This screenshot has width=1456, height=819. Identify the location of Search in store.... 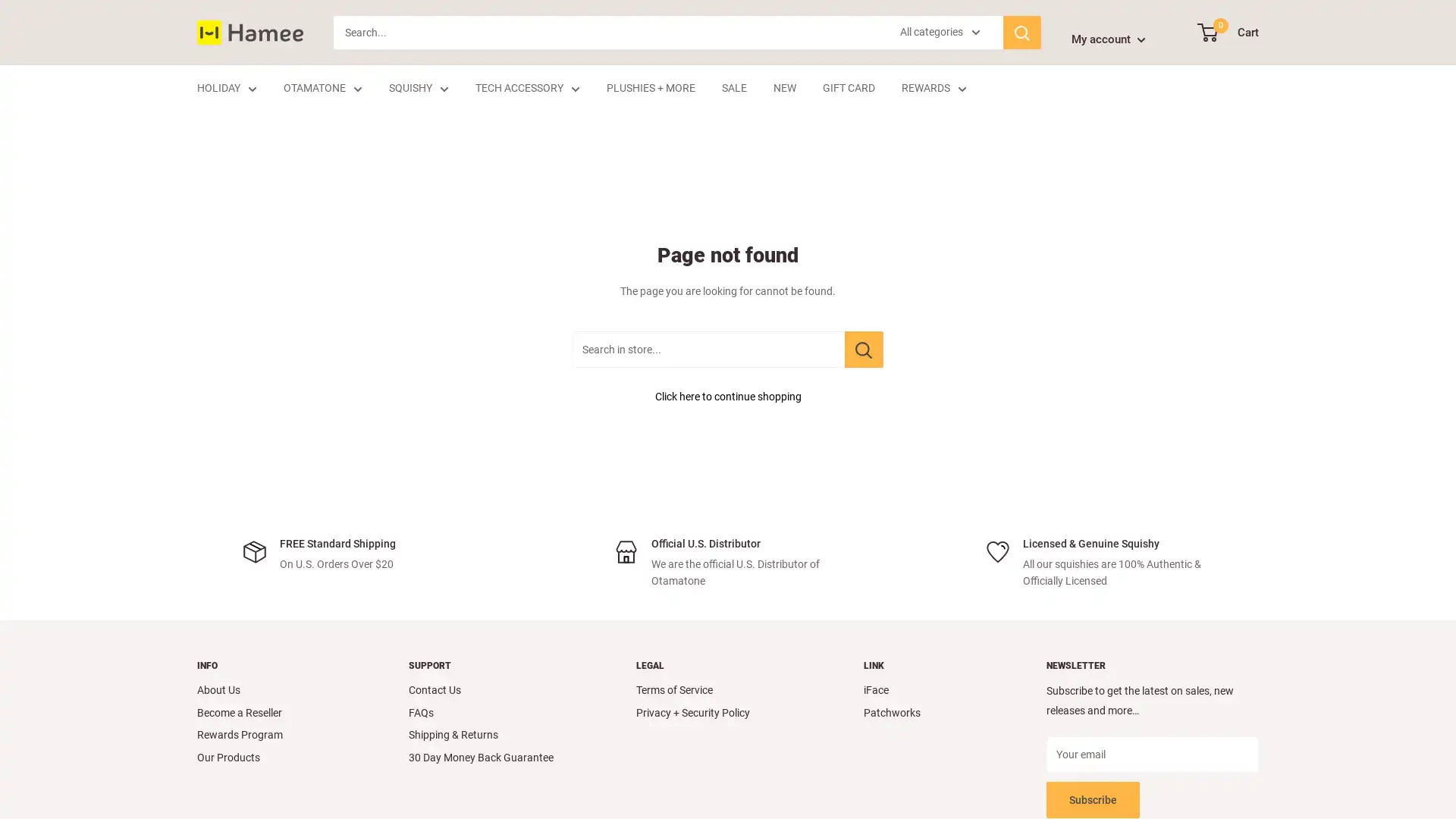
(864, 350).